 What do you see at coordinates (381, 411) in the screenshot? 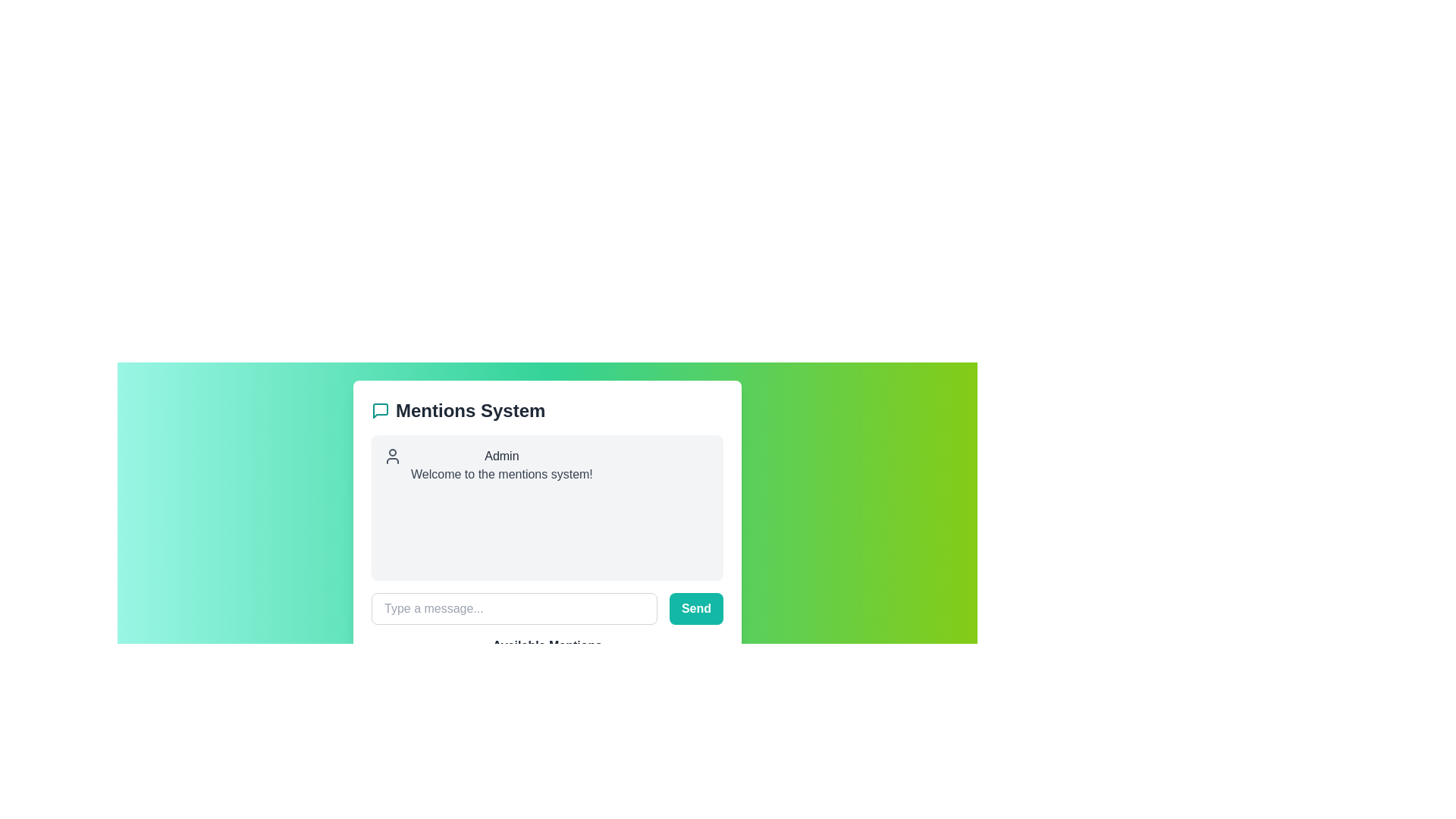
I see `the messaging icon located to the left of the 'Mentions System' header, which represents chat functionalities` at bounding box center [381, 411].